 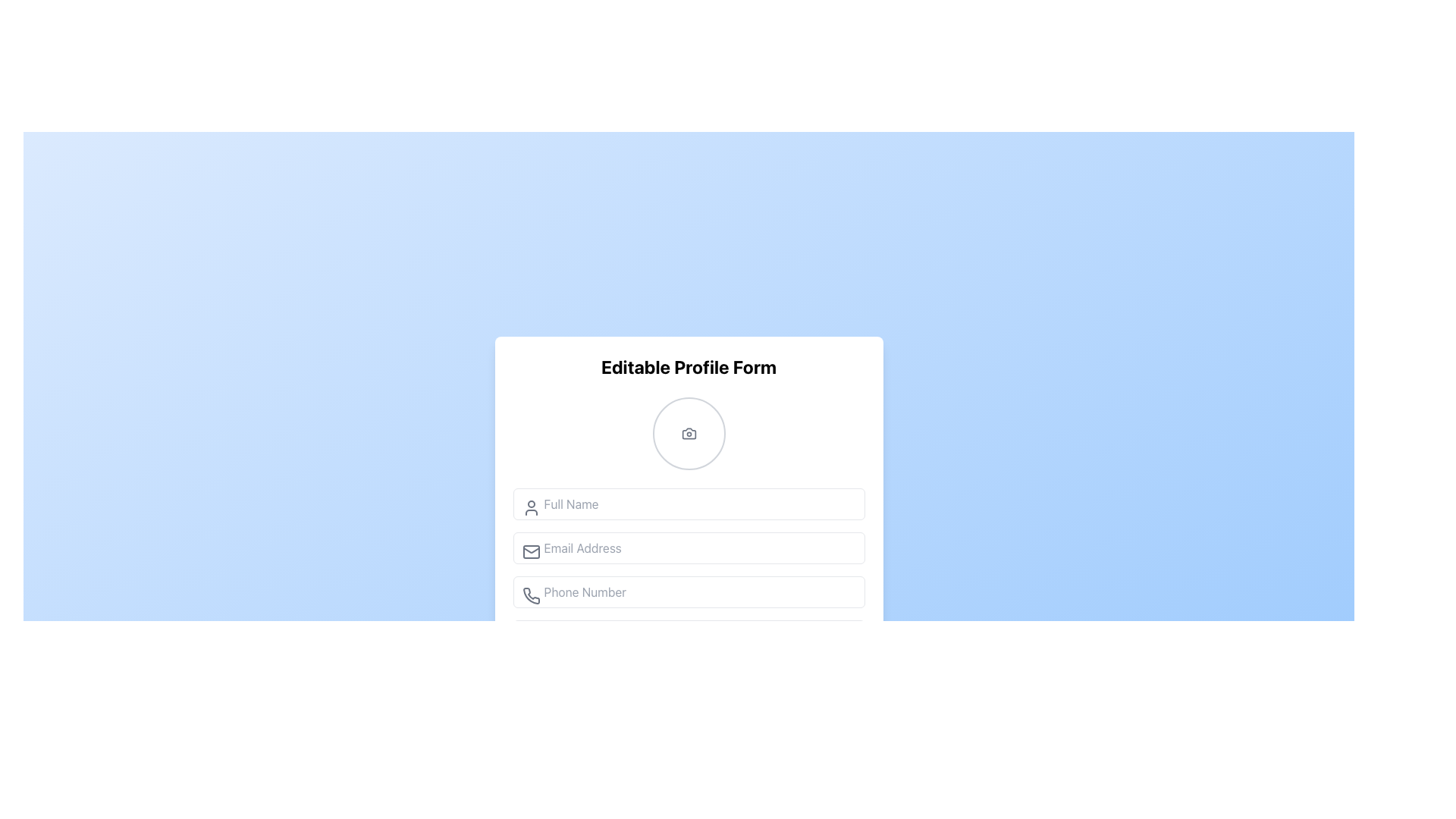 I want to click on the email address icon that visually indicates the associated text field for email input, located to the left of the email input field, so click(x=531, y=552).